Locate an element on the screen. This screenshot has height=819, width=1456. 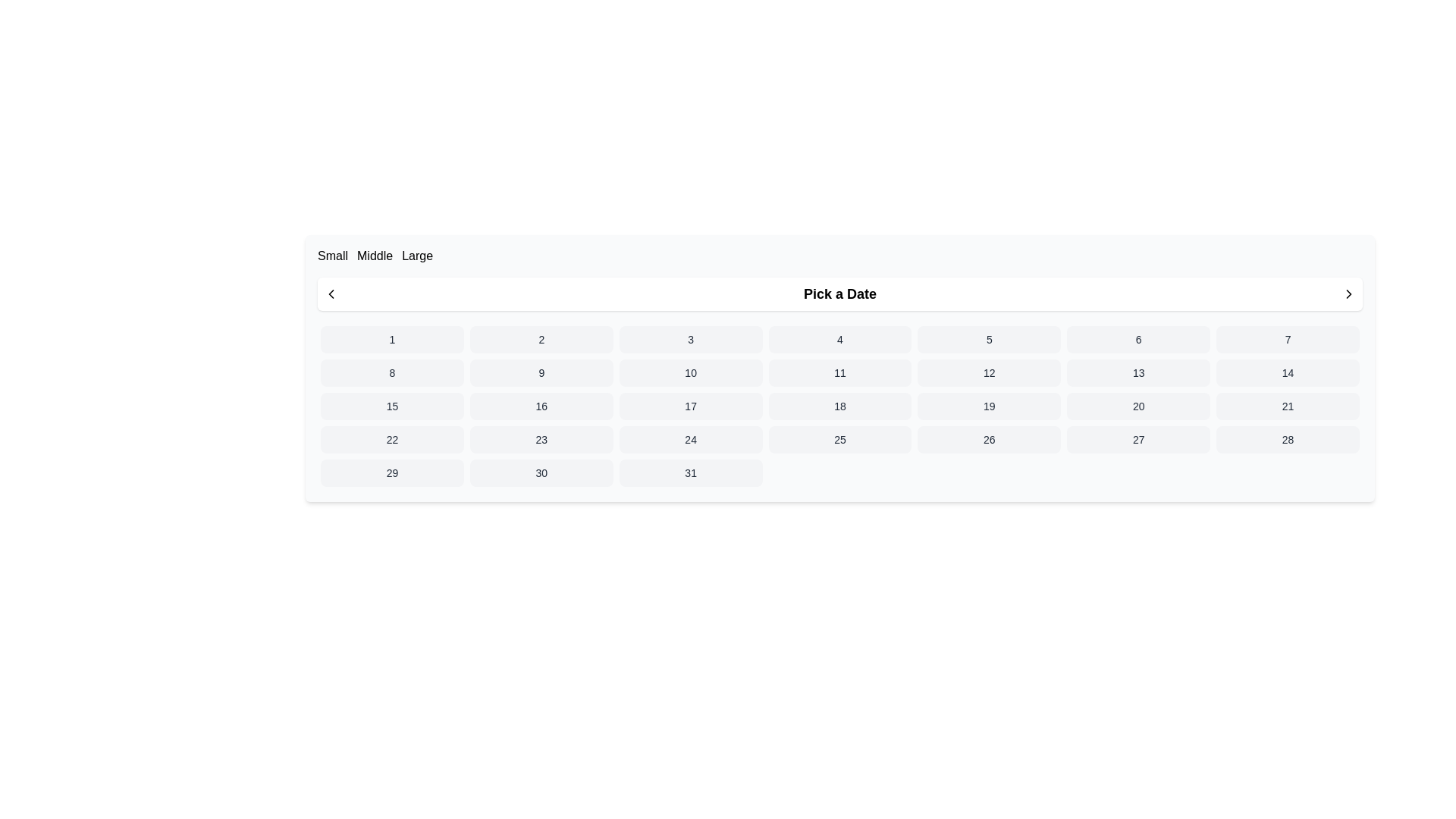
the button displaying the number '16' in a calendar grid layout is located at coordinates (541, 406).